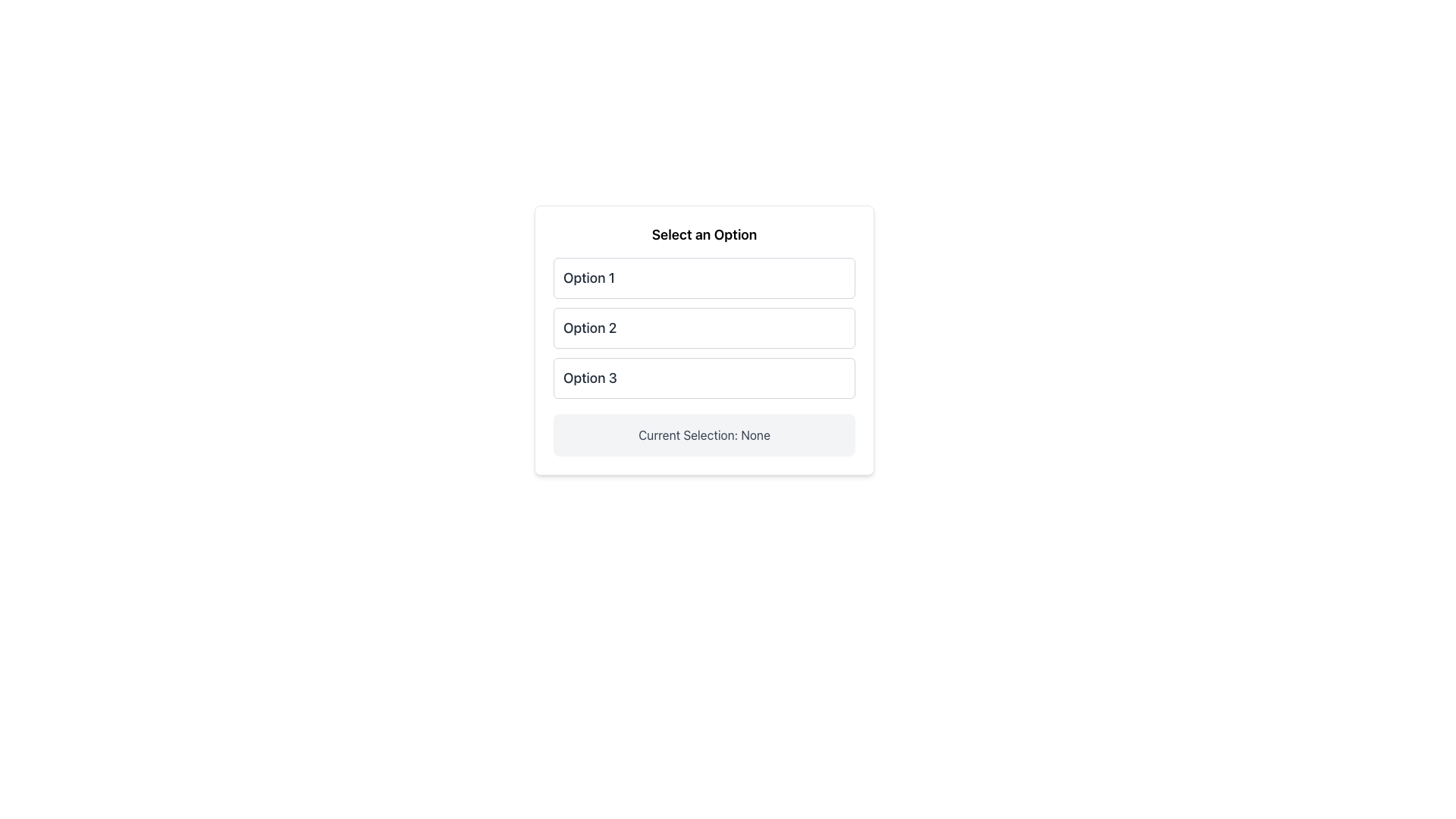  Describe the element at coordinates (704, 377) in the screenshot. I see `the 'Option 3' button, which is the third button in a vertical list of three similar buttons` at that location.